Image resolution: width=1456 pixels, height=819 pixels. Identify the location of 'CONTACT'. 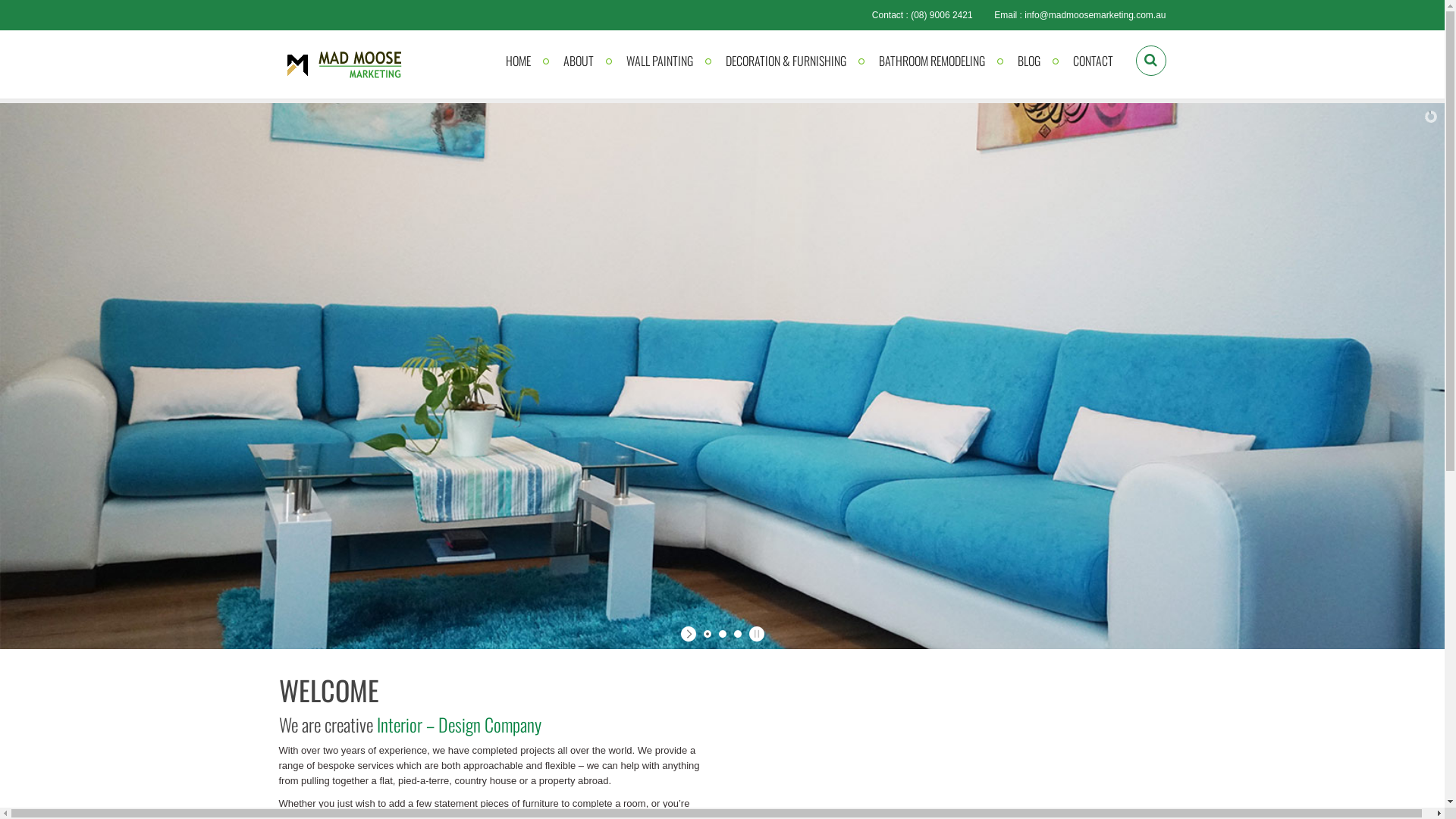
(1092, 60).